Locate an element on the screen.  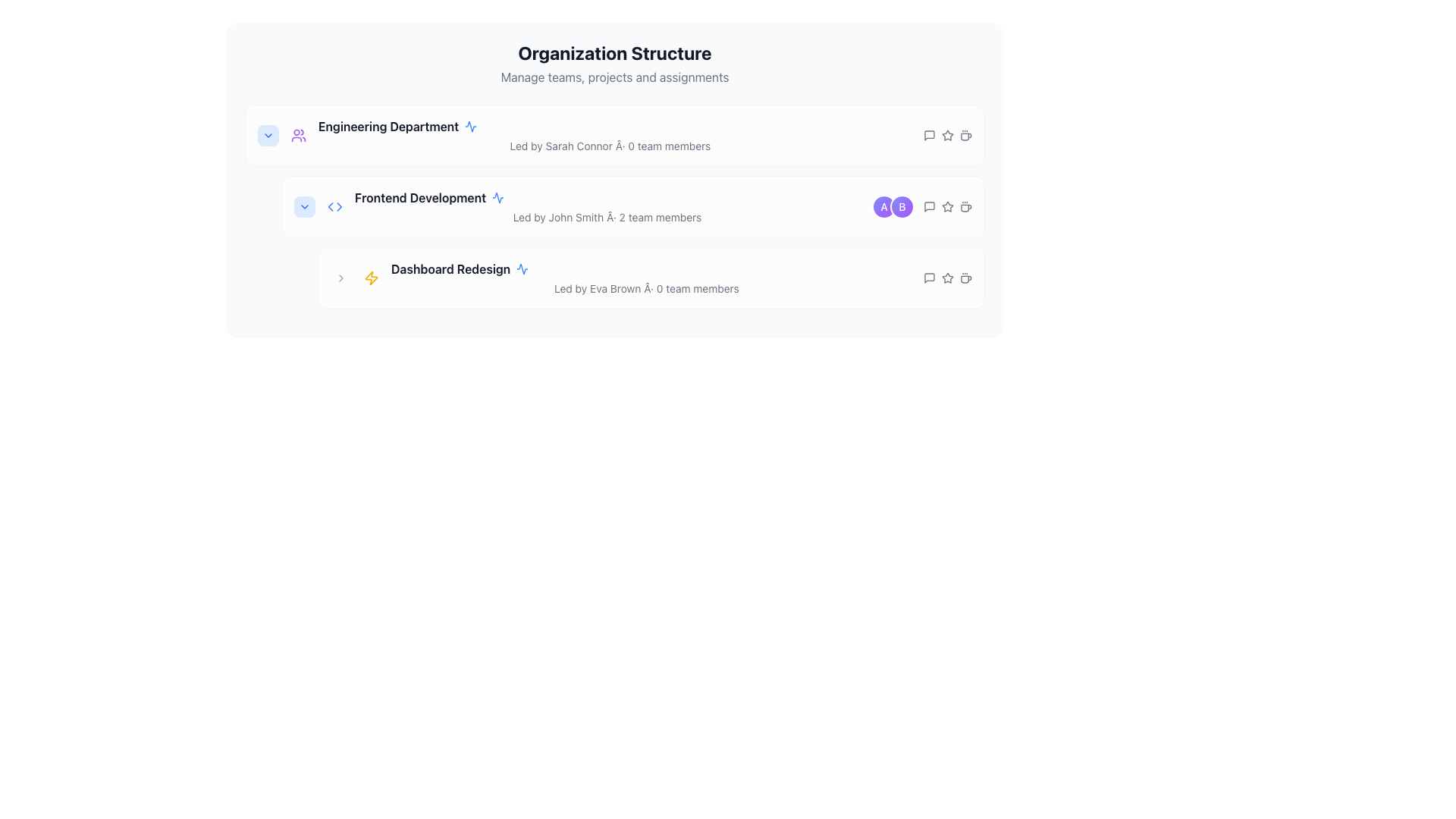
the waveform activity indicator icon, which is a small blue icon with rounded ends, located immediately to the left of the 'Dashboard Redesign' text is located at coordinates (522, 268).